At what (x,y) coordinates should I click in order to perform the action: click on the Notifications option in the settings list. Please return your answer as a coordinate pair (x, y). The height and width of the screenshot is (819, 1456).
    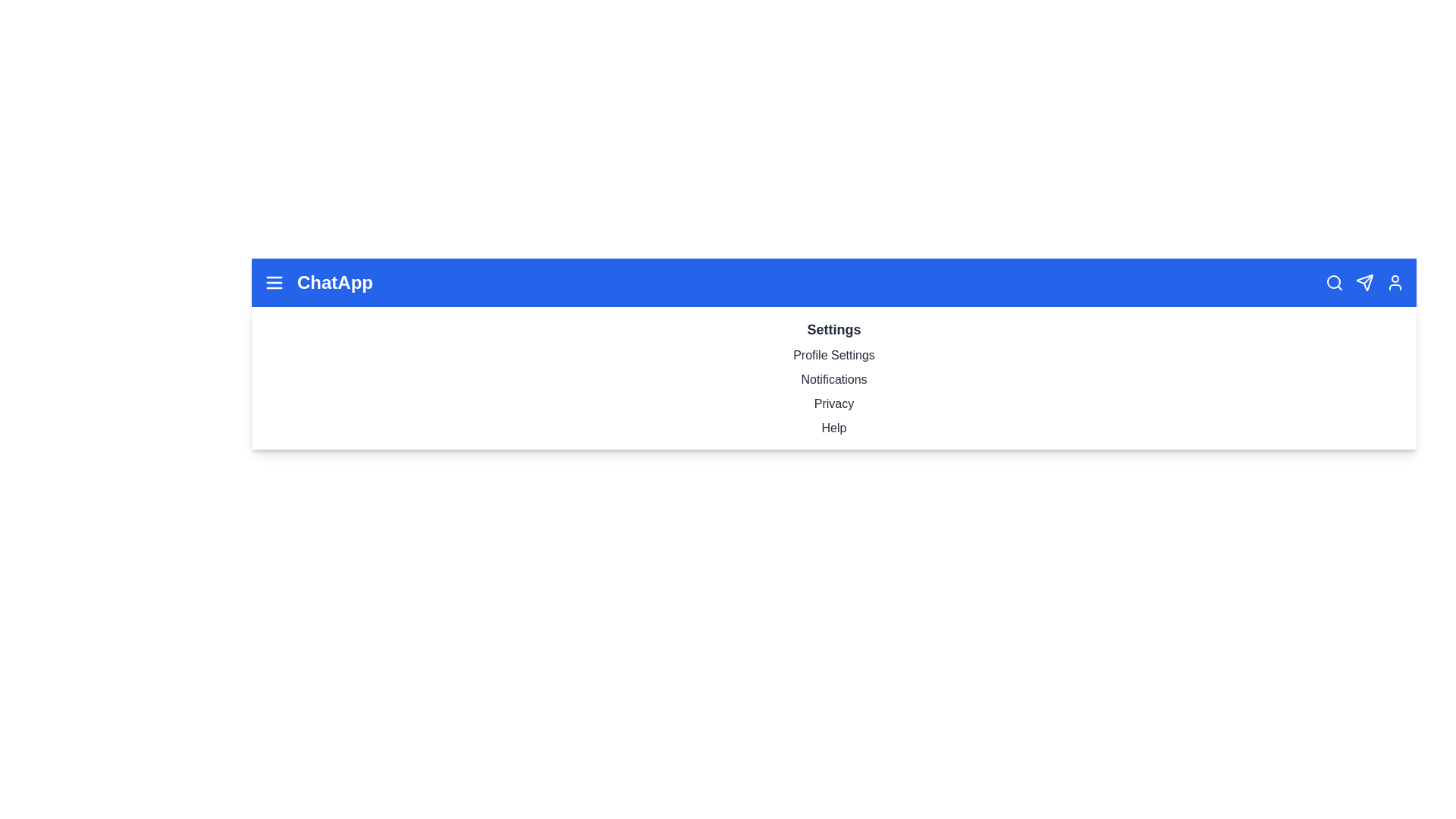
    Looking at the image, I should click on (833, 379).